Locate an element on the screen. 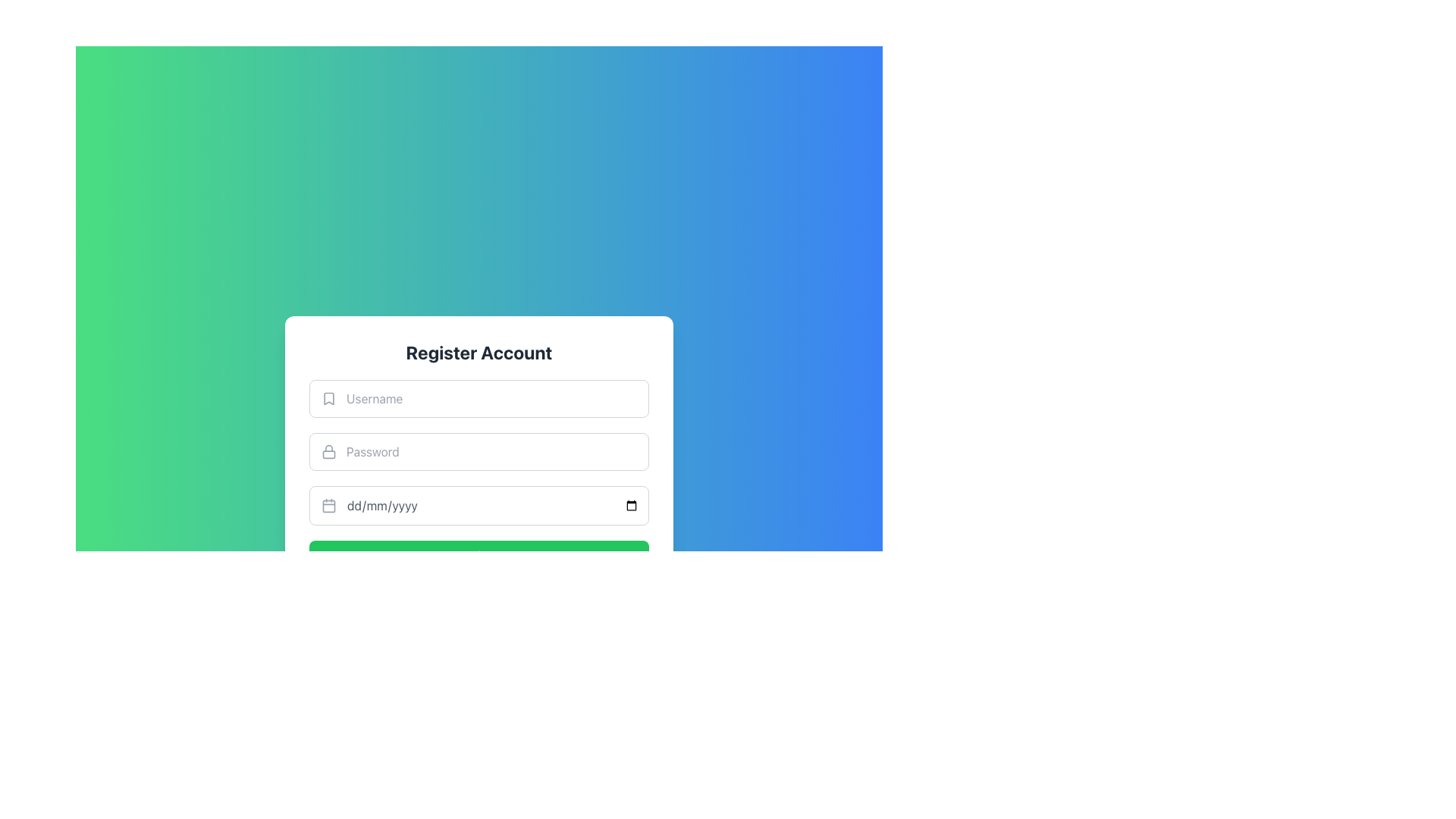  the Date Input Field located below the 'Password' field and above the 'Register' button to focus on it is located at coordinates (479, 506).